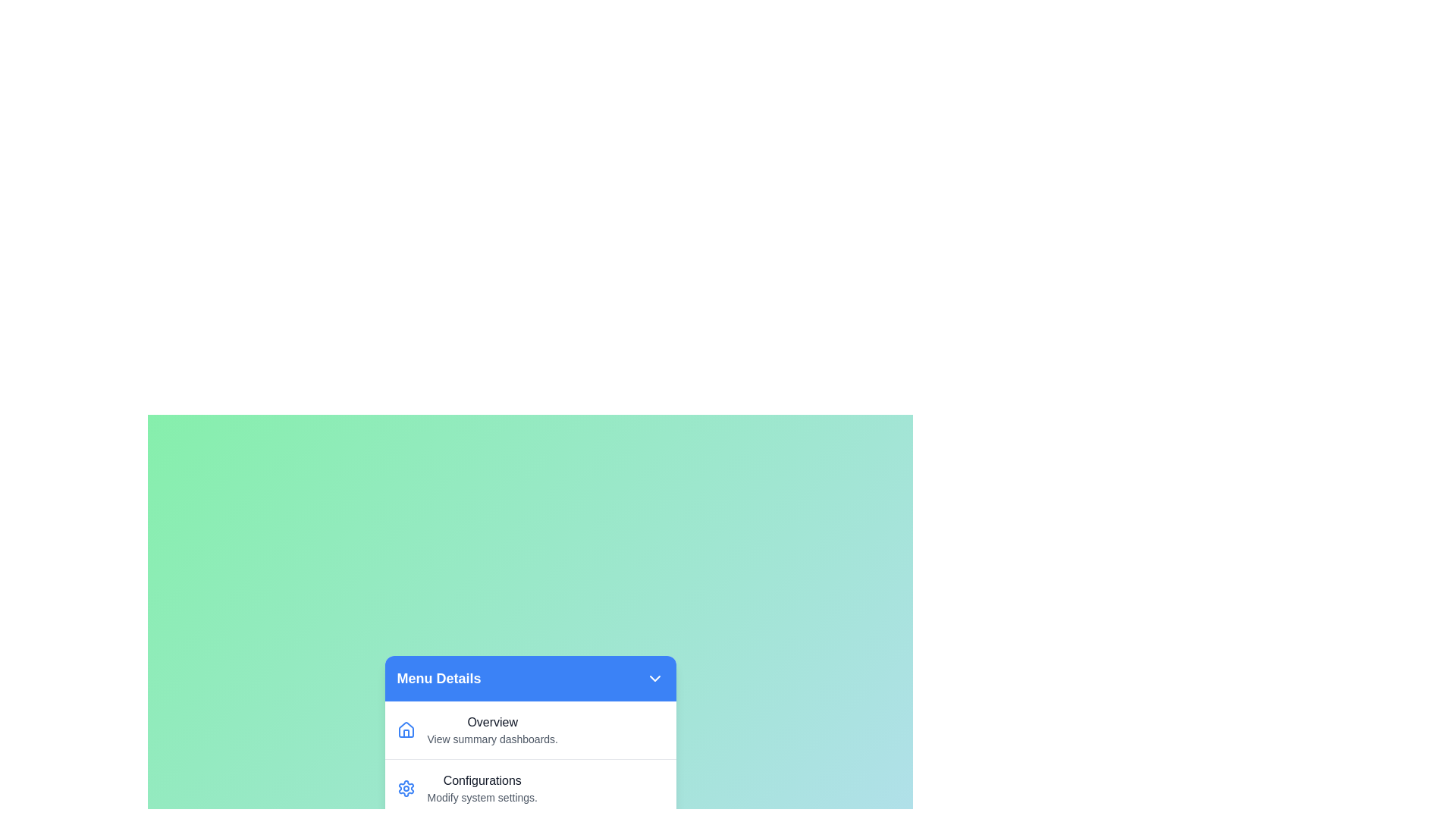 The height and width of the screenshot is (819, 1456). Describe the element at coordinates (406, 788) in the screenshot. I see `the icon corresponding to the menu item Configurations` at that location.